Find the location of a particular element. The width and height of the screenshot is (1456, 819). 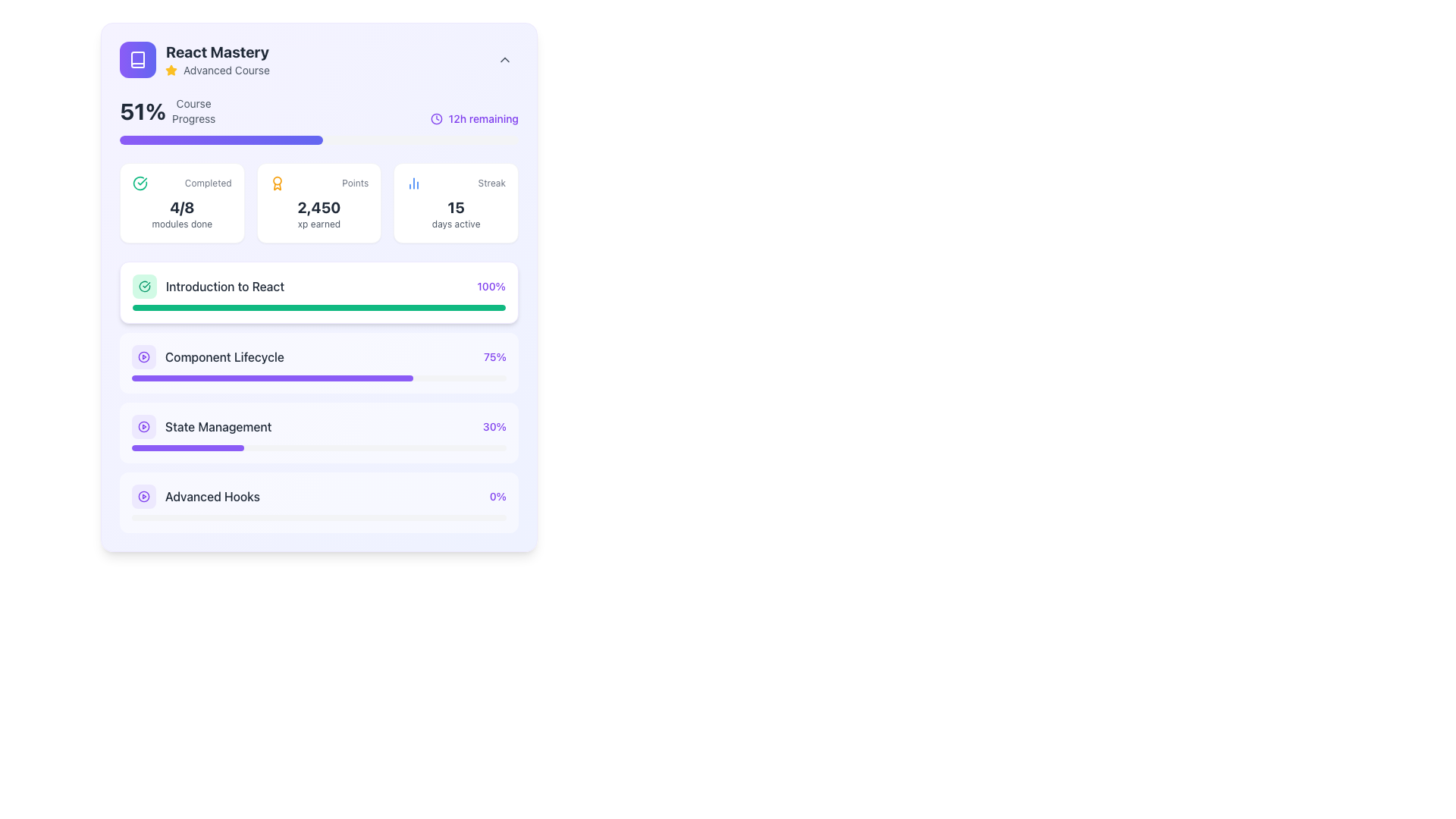

the circular play button with a triangular play symbol, located in the progress tracking section to the left of the 'State Management' item is located at coordinates (144, 356).